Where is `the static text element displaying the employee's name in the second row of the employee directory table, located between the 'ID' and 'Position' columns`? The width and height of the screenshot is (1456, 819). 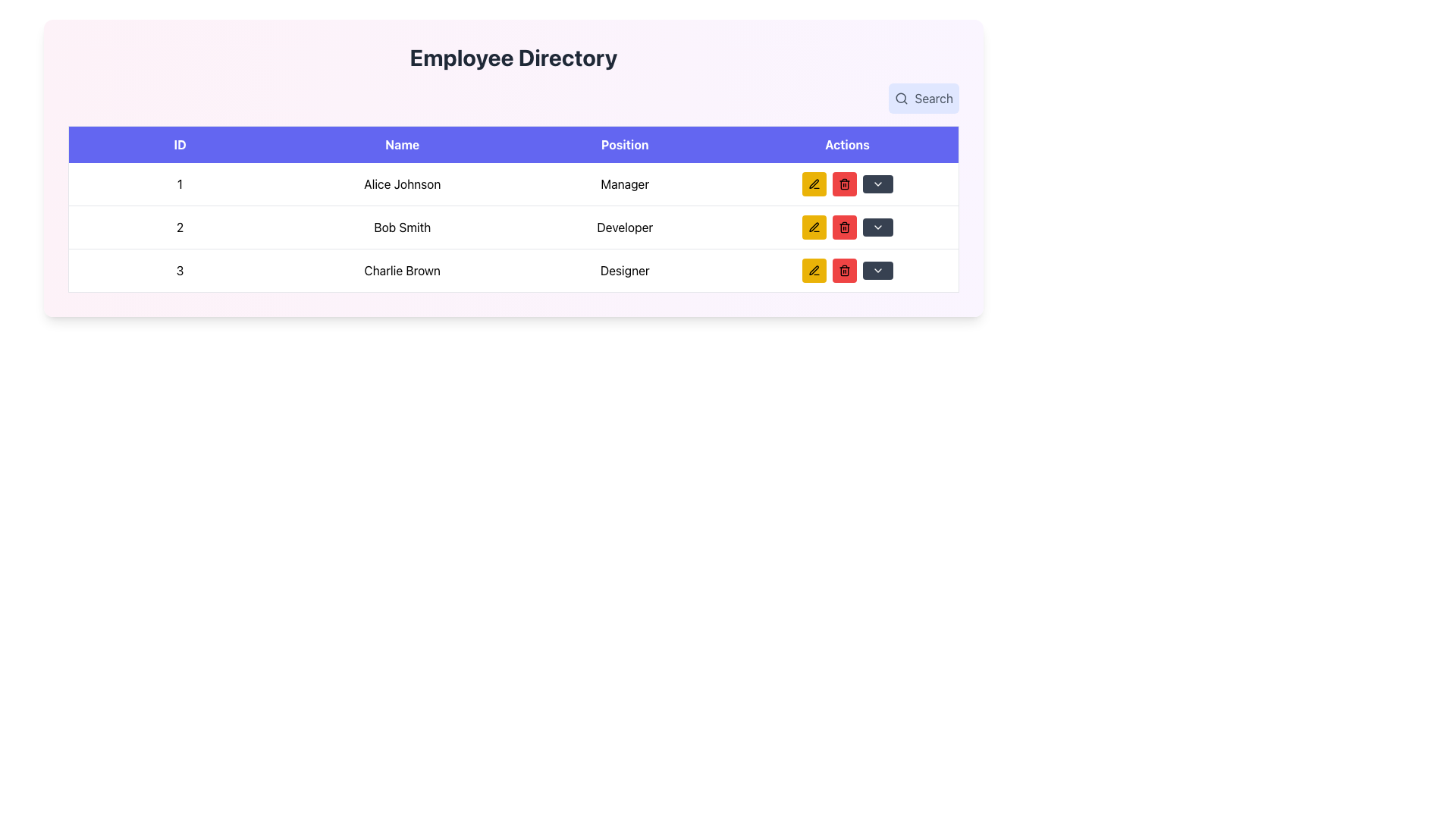
the static text element displaying the employee's name in the second row of the employee directory table, located between the 'ID' and 'Position' columns is located at coordinates (402, 227).